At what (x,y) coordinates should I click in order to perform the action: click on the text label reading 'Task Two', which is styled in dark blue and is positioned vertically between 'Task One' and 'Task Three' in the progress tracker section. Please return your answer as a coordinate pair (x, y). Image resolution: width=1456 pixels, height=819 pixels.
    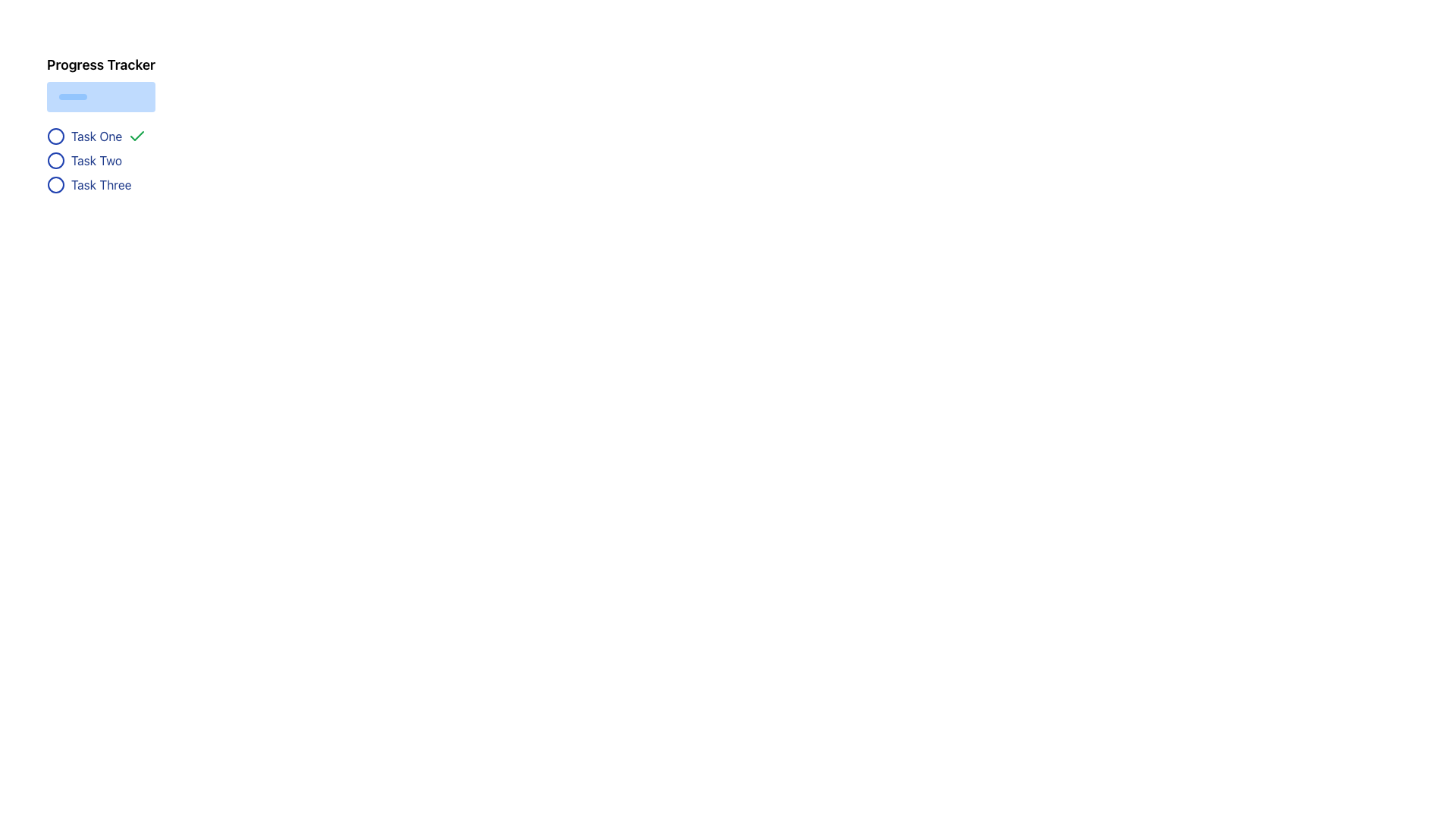
    Looking at the image, I should click on (96, 161).